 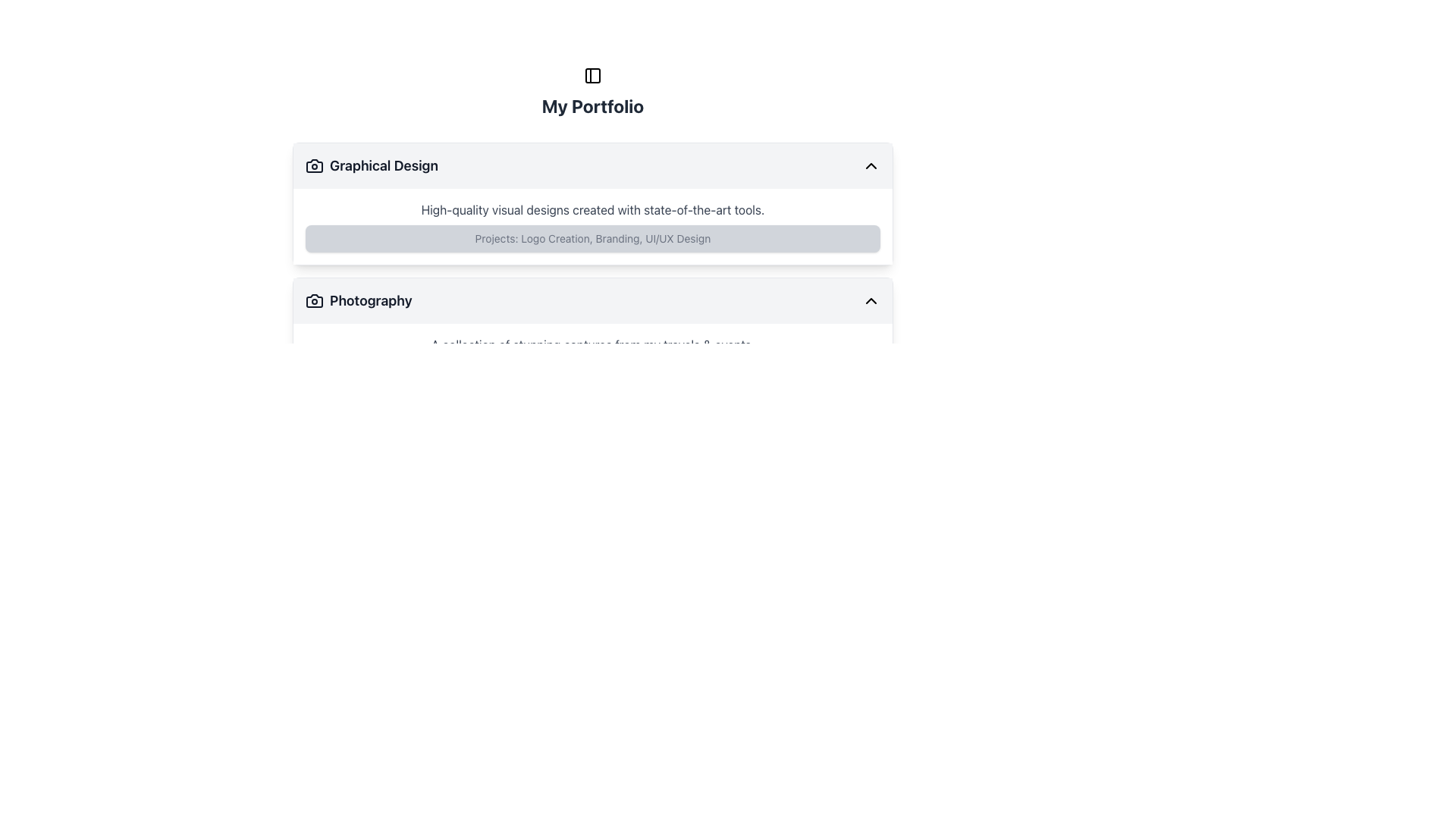 I want to click on the Informational Text Display containing the text 'Projects: Logo Creation, Branding, UI/UX Design' to trigger a tooltip if available, so click(x=592, y=239).